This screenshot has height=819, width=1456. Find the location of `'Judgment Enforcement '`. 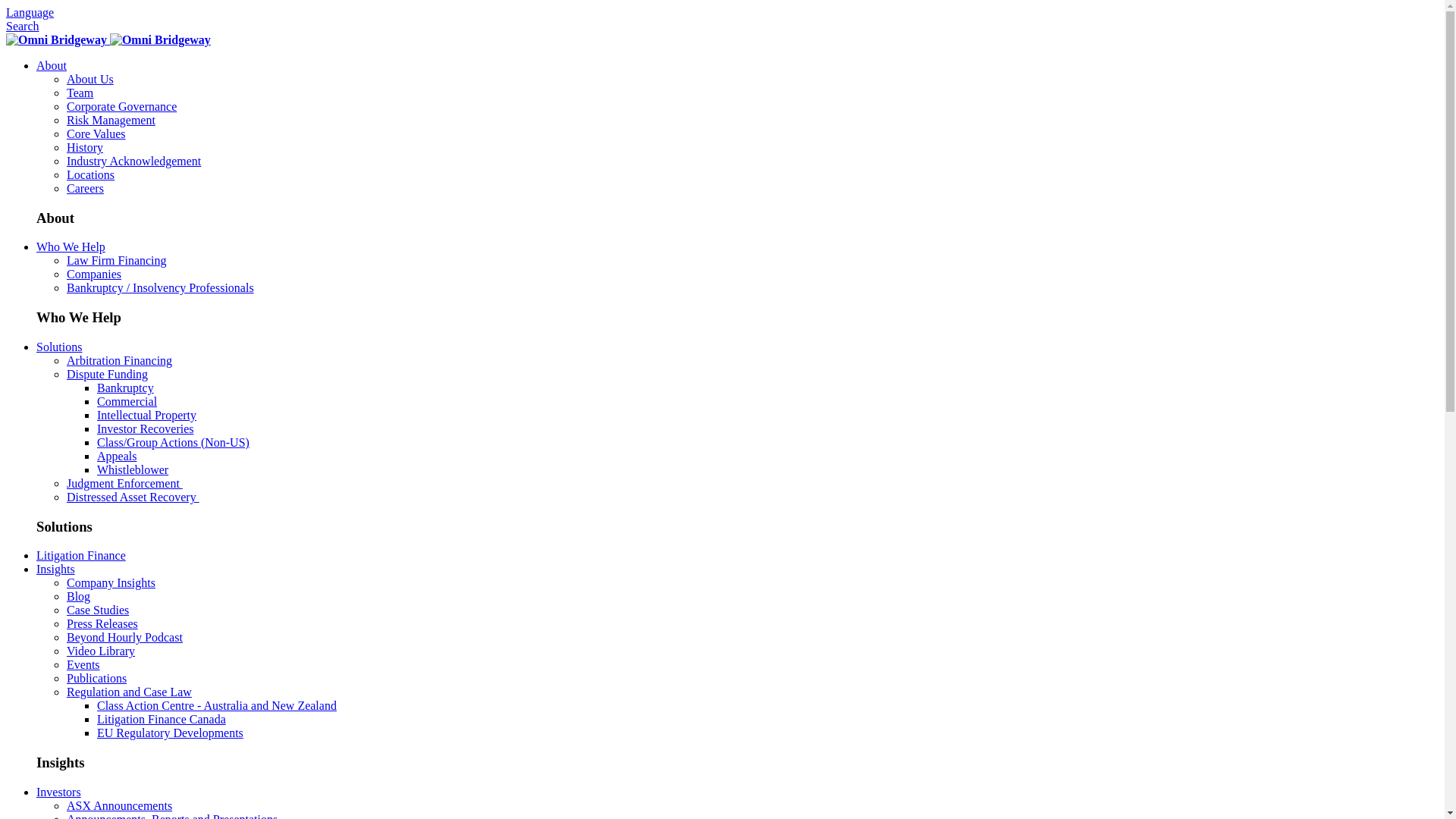

'Judgment Enforcement ' is located at coordinates (124, 483).